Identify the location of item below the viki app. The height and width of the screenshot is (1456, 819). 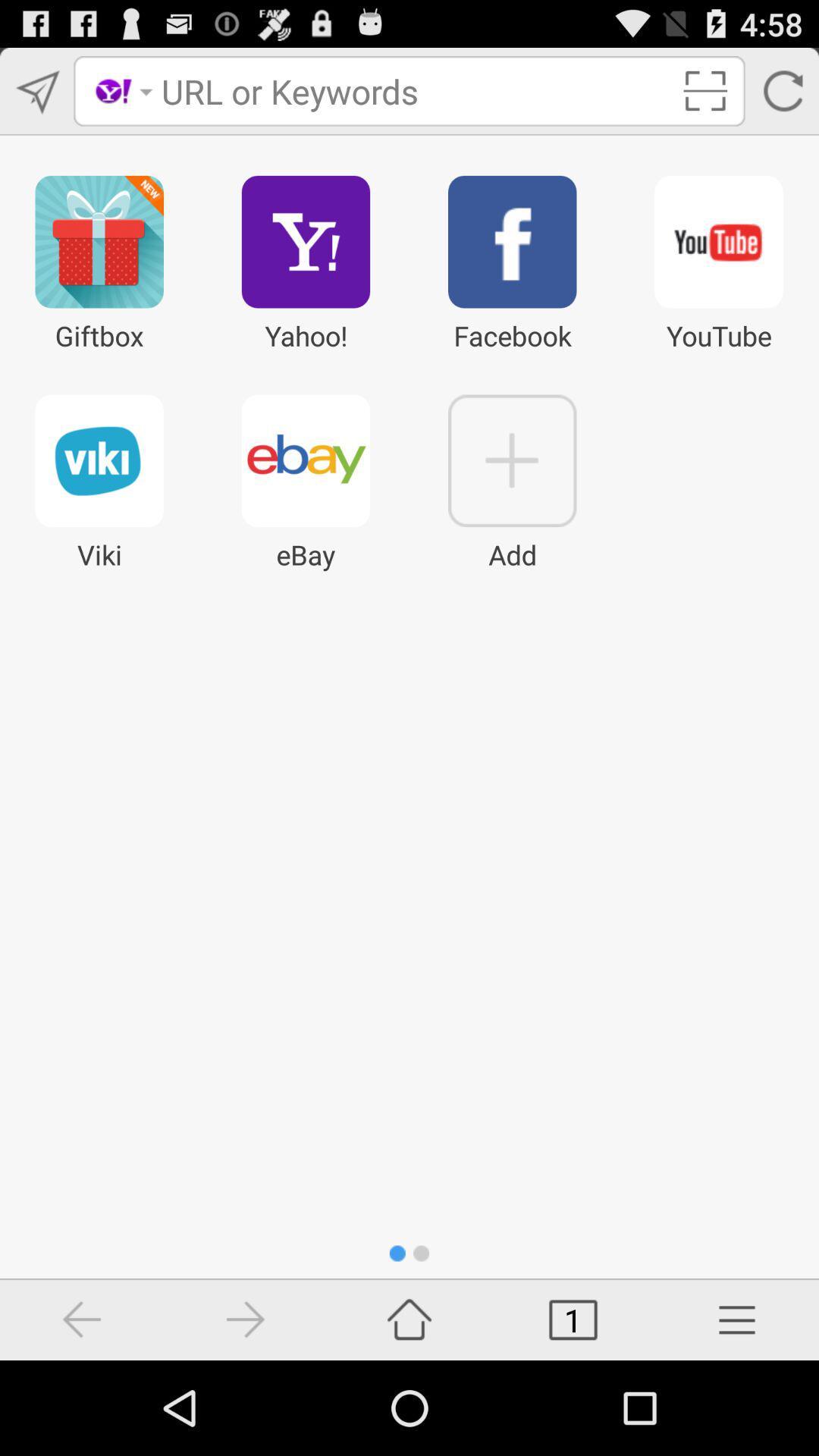
(82, 1319).